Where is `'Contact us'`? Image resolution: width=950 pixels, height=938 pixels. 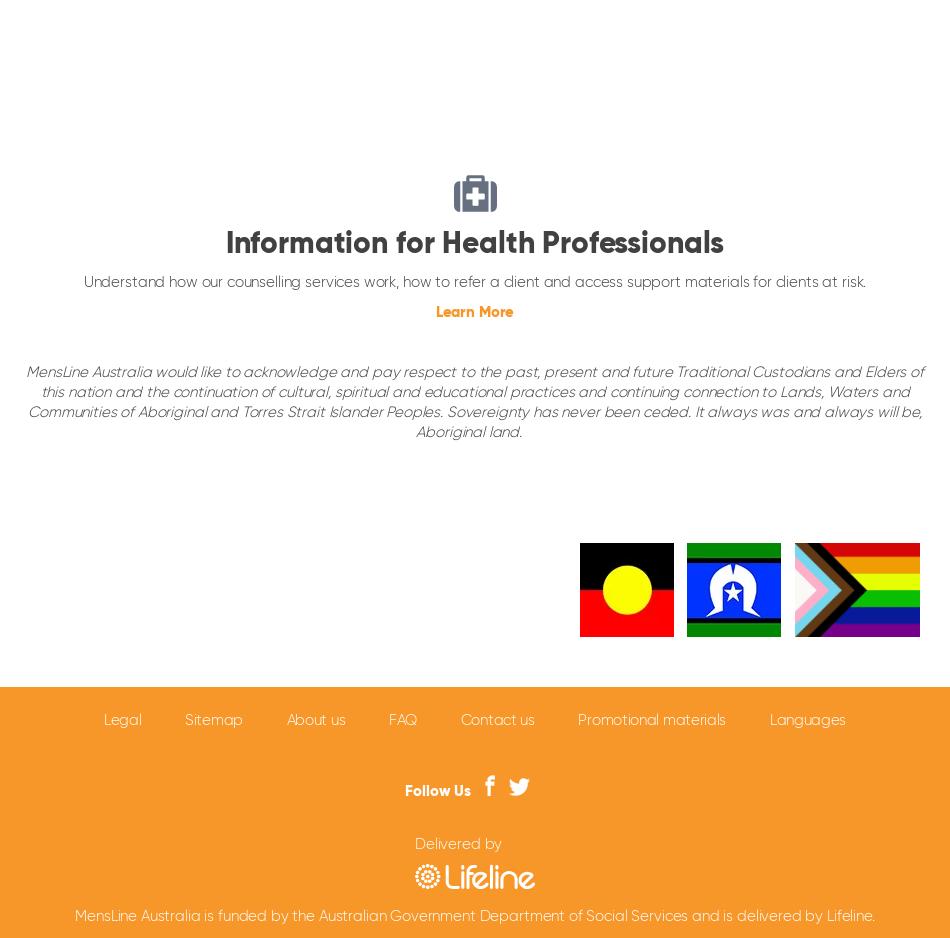
'Contact us' is located at coordinates (497, 718).